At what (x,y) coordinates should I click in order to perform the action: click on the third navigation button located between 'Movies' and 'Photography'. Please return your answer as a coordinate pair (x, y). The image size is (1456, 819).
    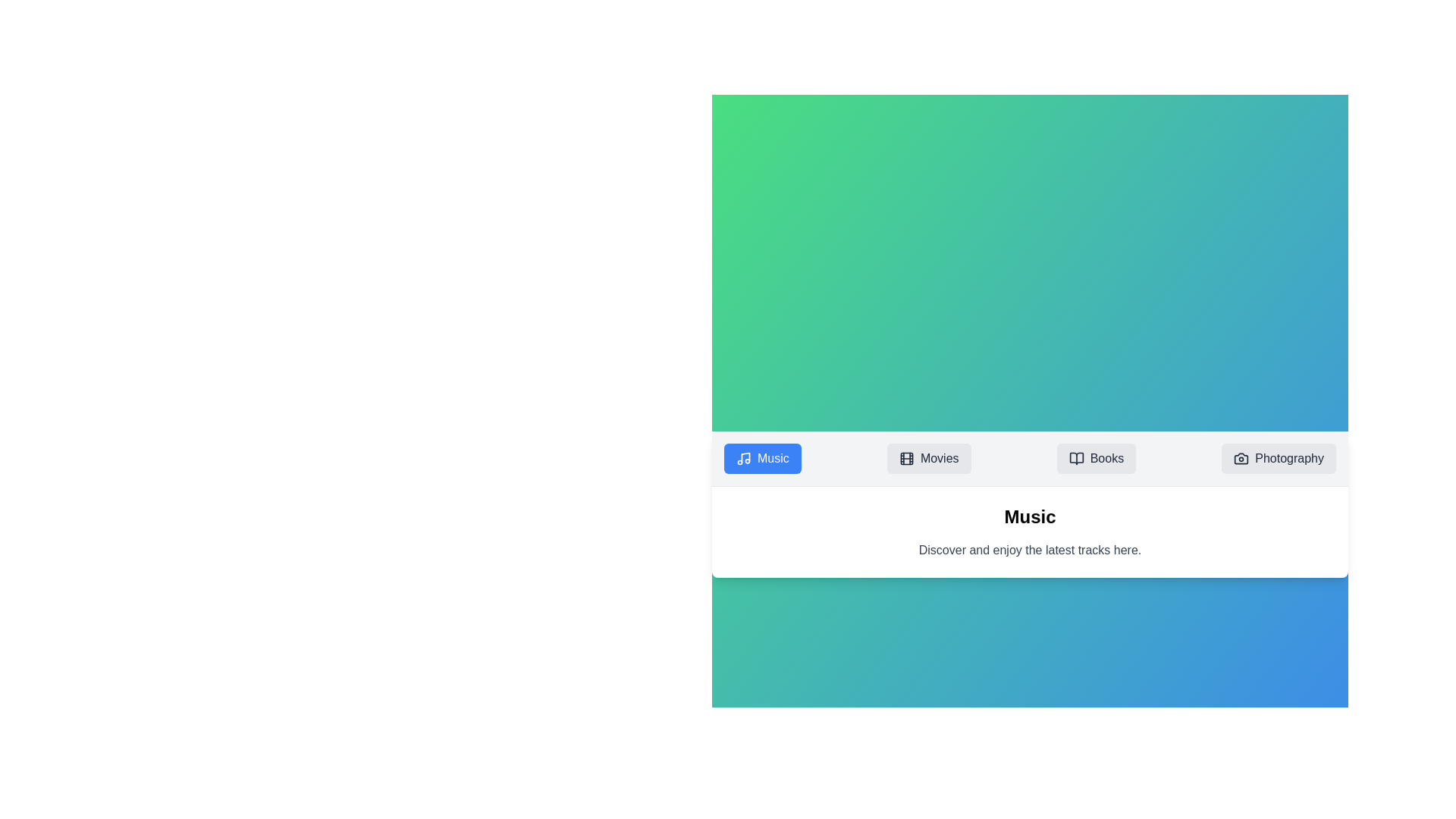
    Looking at the image, I should click on (1096, 457).